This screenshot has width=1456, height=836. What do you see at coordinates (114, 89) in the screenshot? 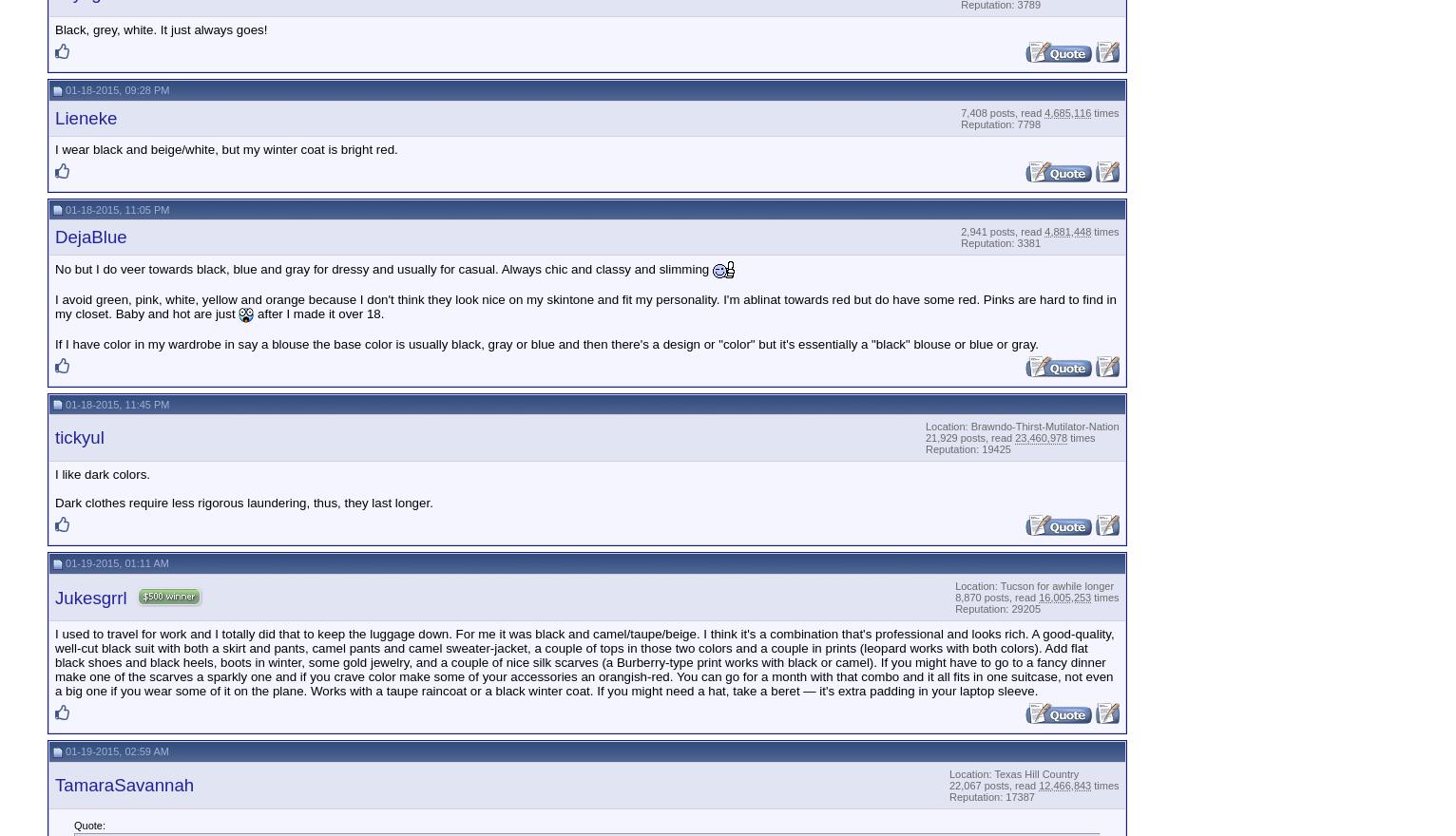
I see `'01-18-2015, 09:28 PM'` at bounding box center [114, 89].